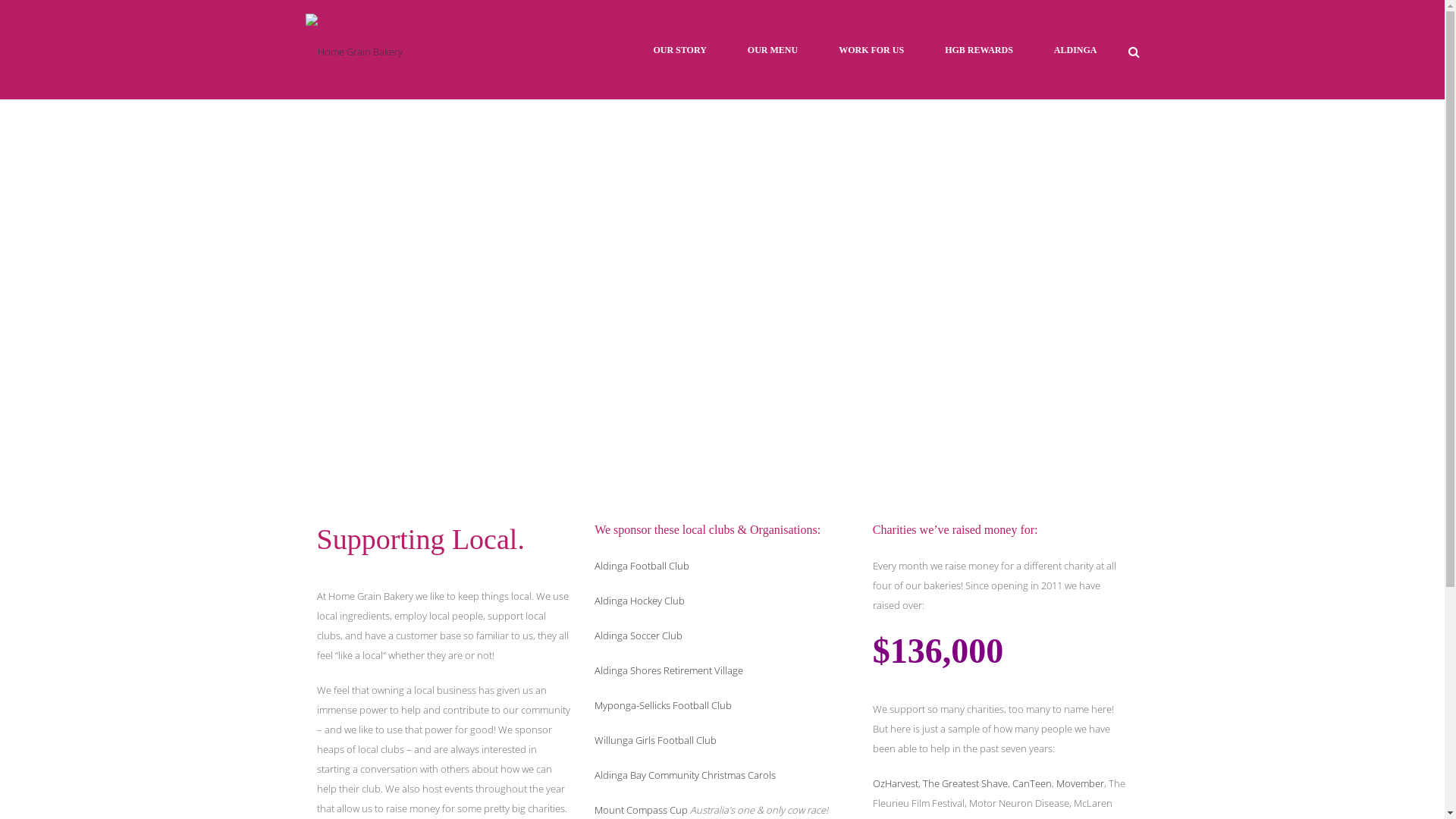 The image size is (1456, 819). Describe the element at coordinates (639, 599) in the screenshot. I see `'Aldinga Hockey Club'` at that location.